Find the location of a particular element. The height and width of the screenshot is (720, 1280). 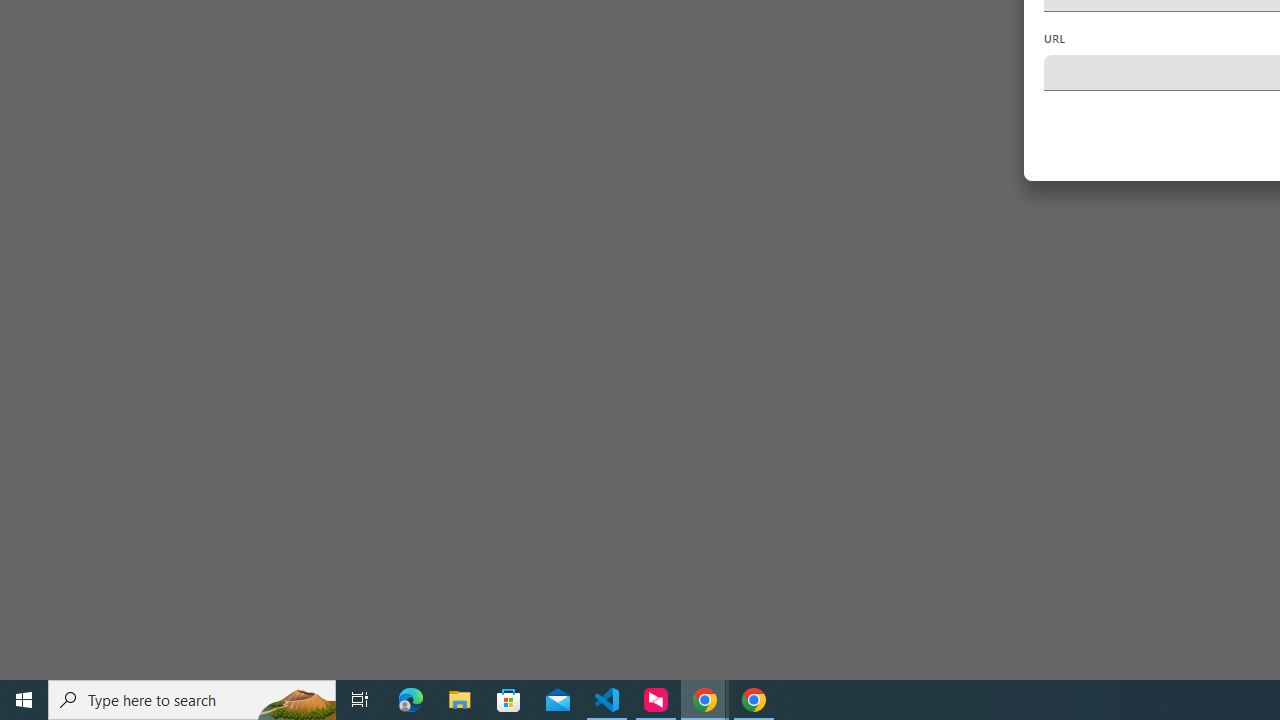

'Start' is located at coordinates (24, 698).